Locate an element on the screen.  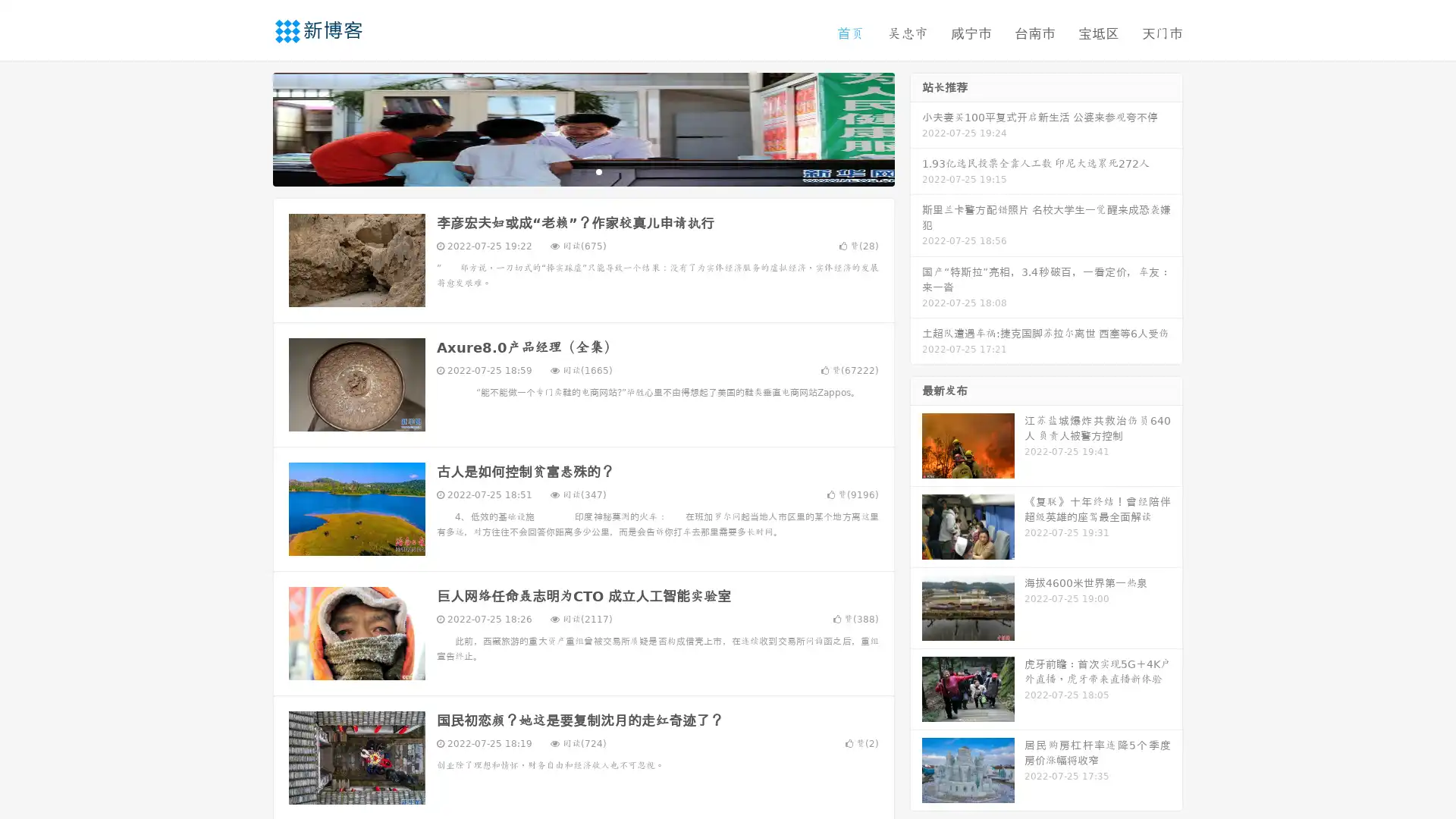
Go to slide 2 is located at coordinates (582, 171).